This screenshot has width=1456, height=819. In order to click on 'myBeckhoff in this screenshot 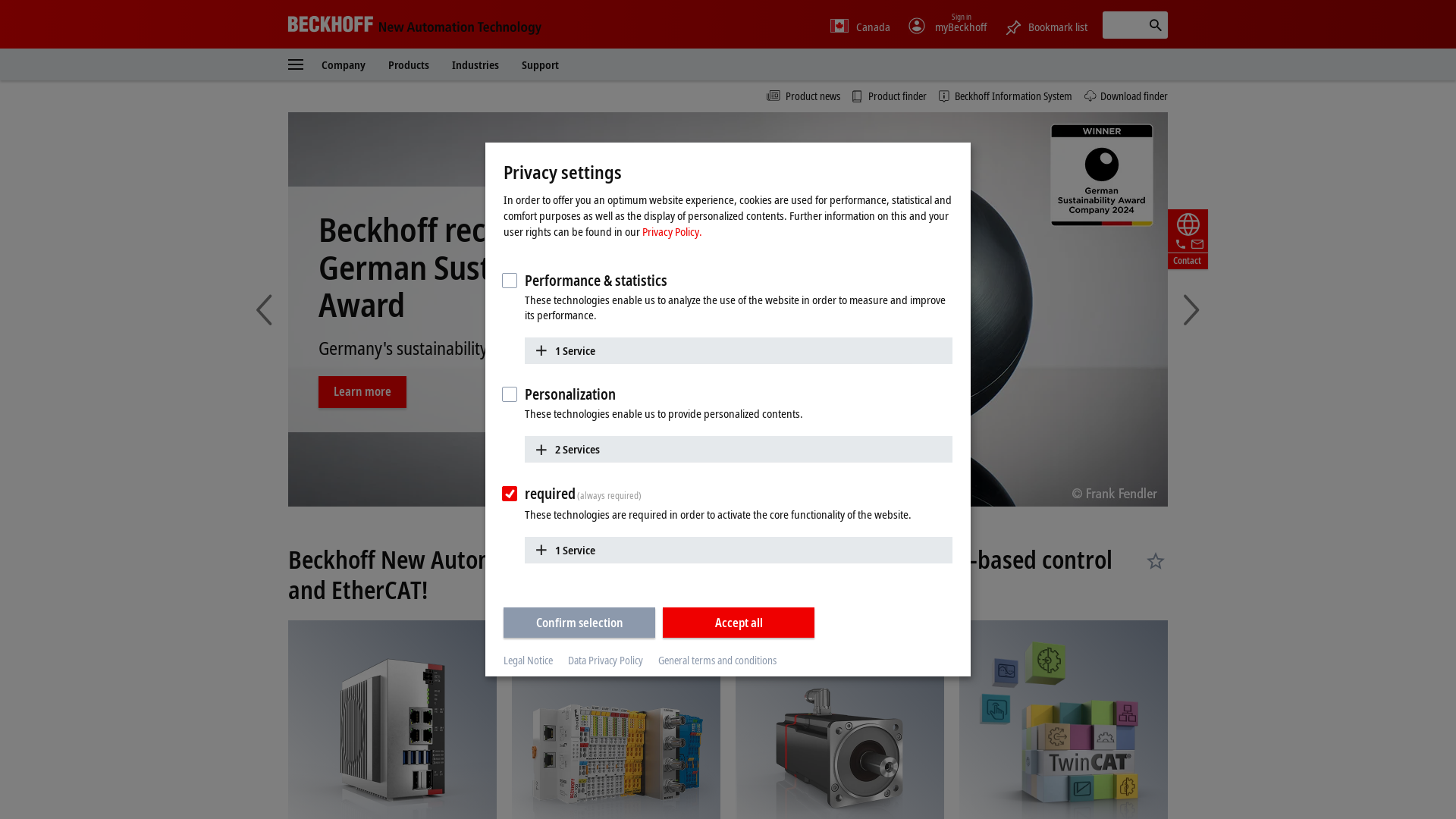, I will do `click(946, 27)`.